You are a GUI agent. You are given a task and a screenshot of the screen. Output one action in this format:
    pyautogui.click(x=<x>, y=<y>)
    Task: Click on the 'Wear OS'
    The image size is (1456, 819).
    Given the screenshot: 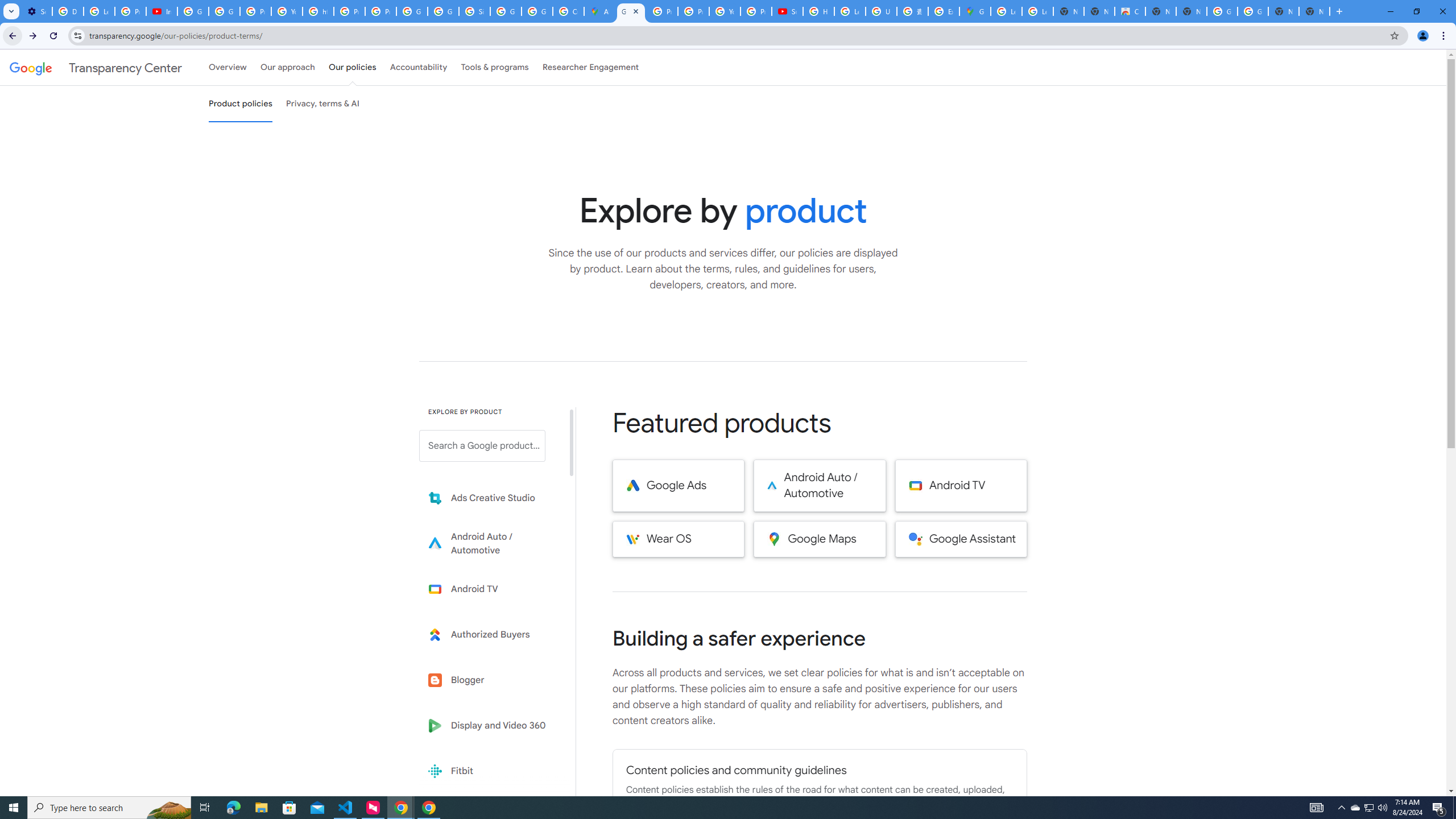 What is the action you would take?
    pyautogui.click(x=677, y=539)
    